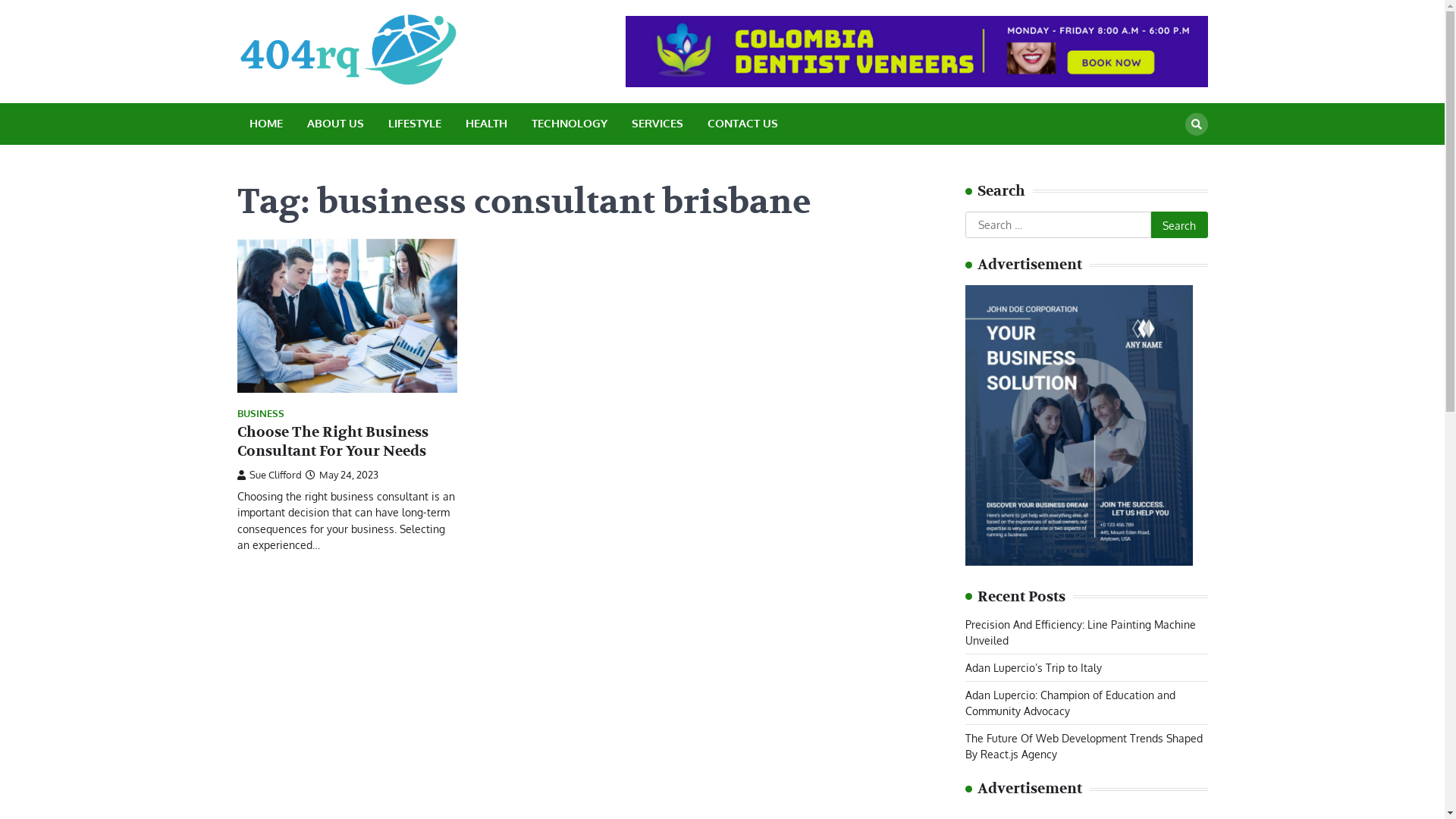 Image resolution: width=1456 pixels, height=819 pixels. I want to click on 'SERVICES', so click(656, 123).